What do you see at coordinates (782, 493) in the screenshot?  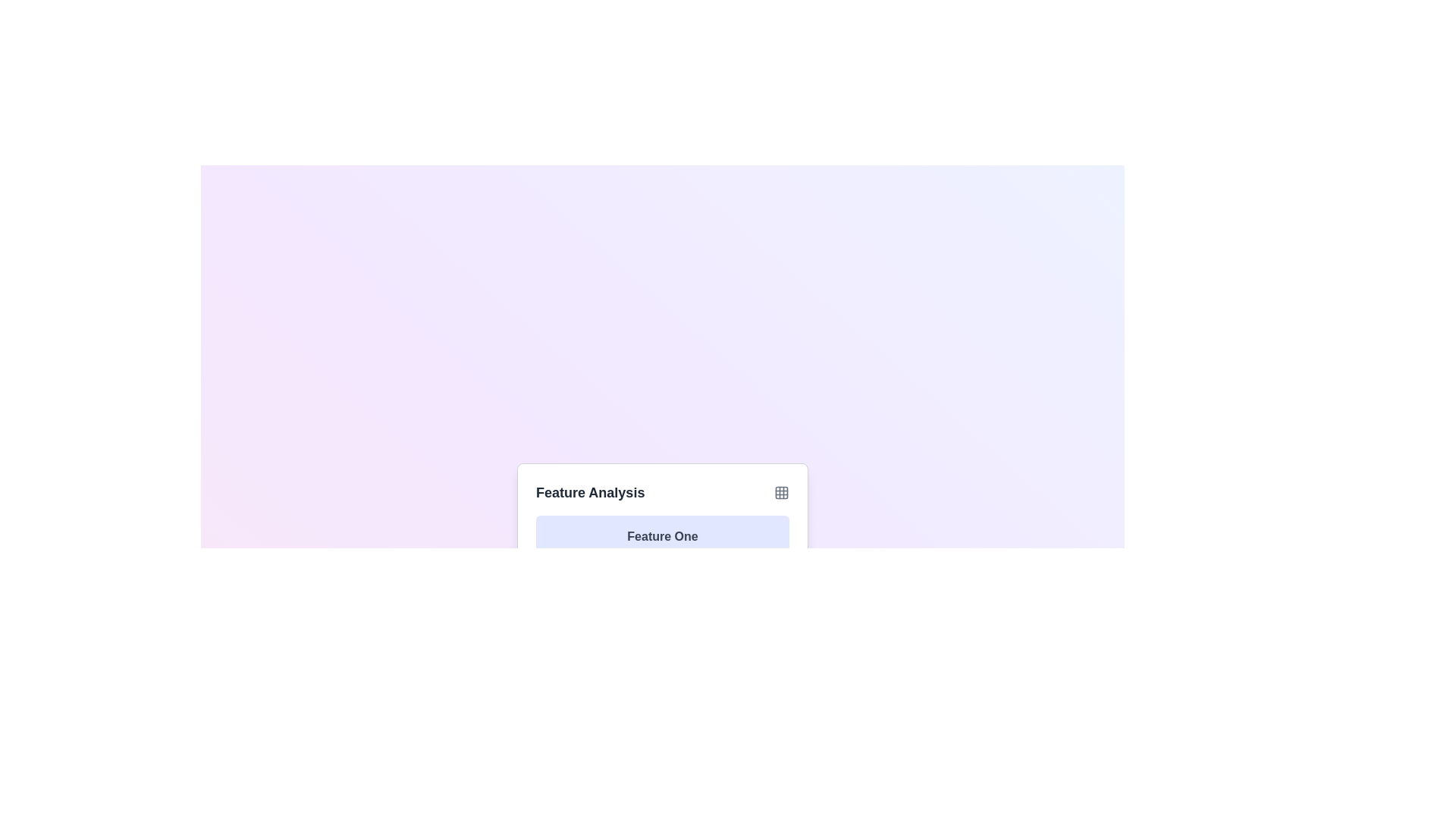 I see `the grid layout toggle icon located in the top-right corner of the 'Feature Analysis' section` at bounding box center [782, 493].